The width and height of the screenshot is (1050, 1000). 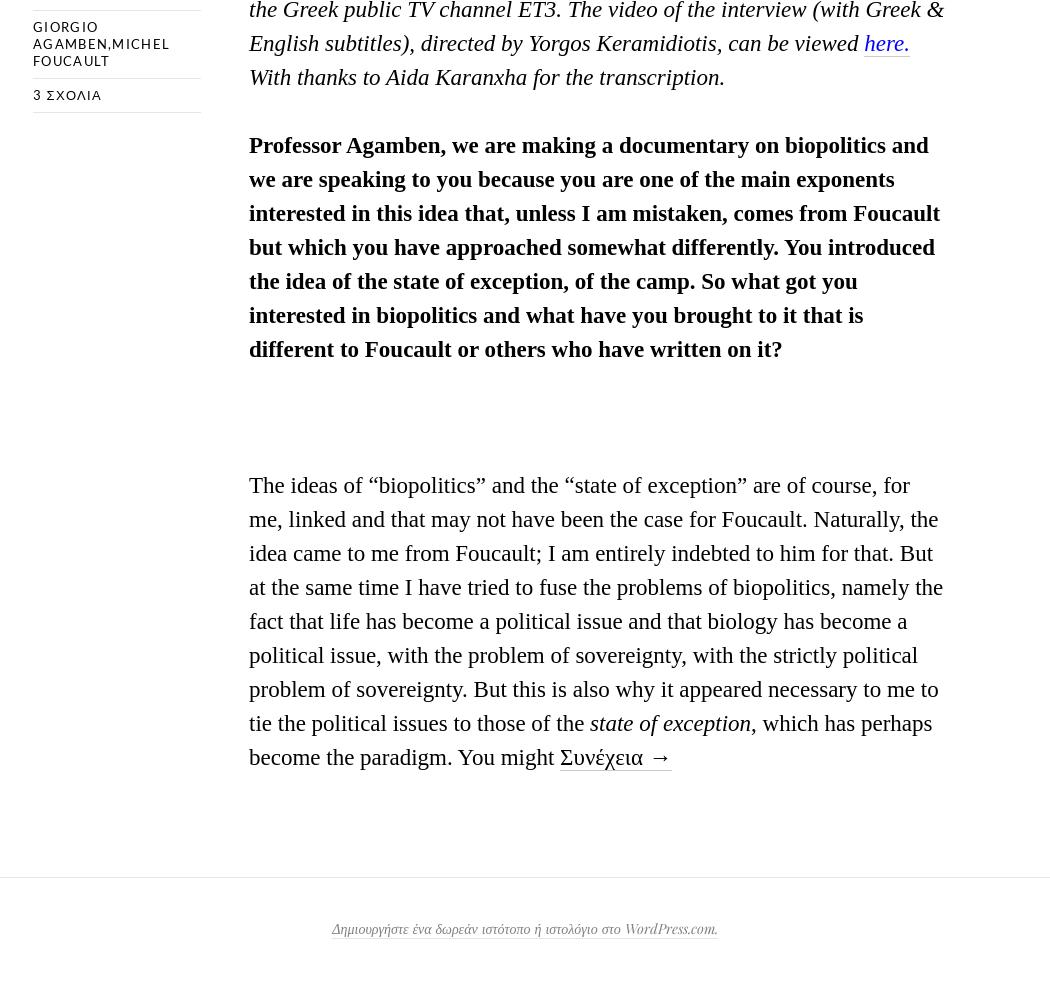 What do you see at coordinates (669, 721) in the screenshot?
I see `'state of exception'` at bounding box center [669, 721].